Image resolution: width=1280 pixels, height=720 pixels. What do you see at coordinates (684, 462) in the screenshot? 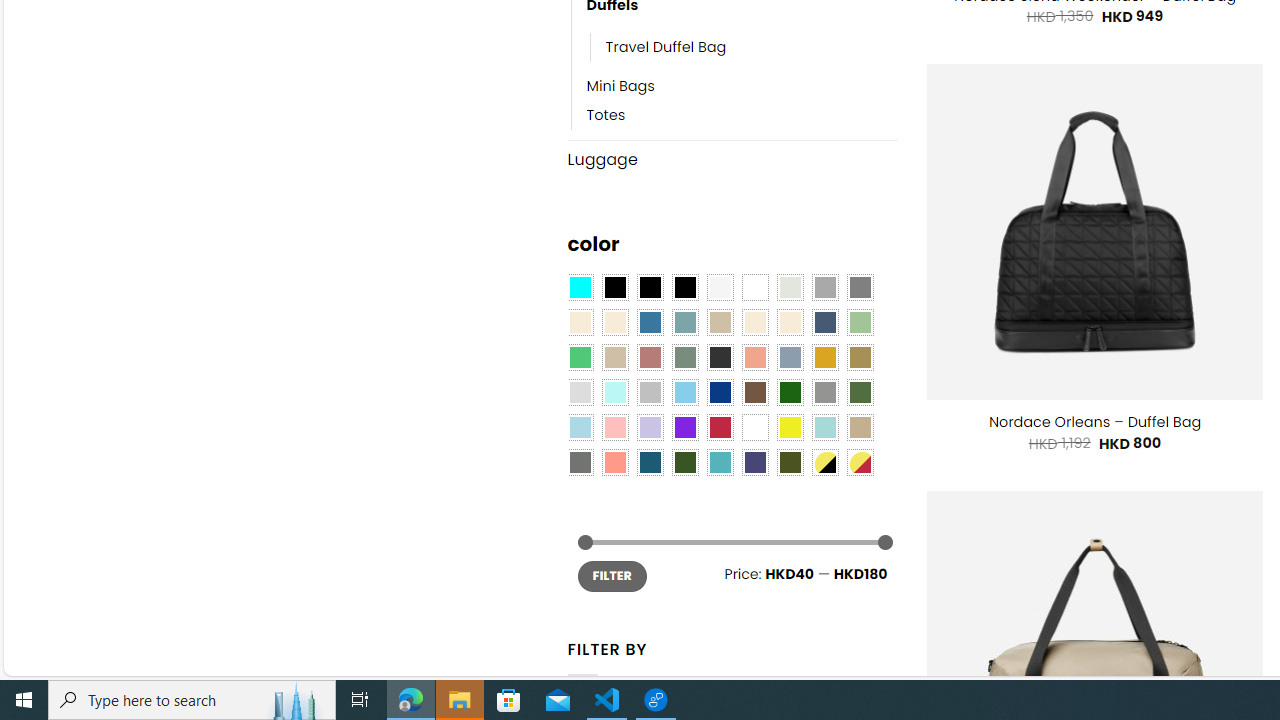
I see `'Forest'` at bounding box center [684, 462].